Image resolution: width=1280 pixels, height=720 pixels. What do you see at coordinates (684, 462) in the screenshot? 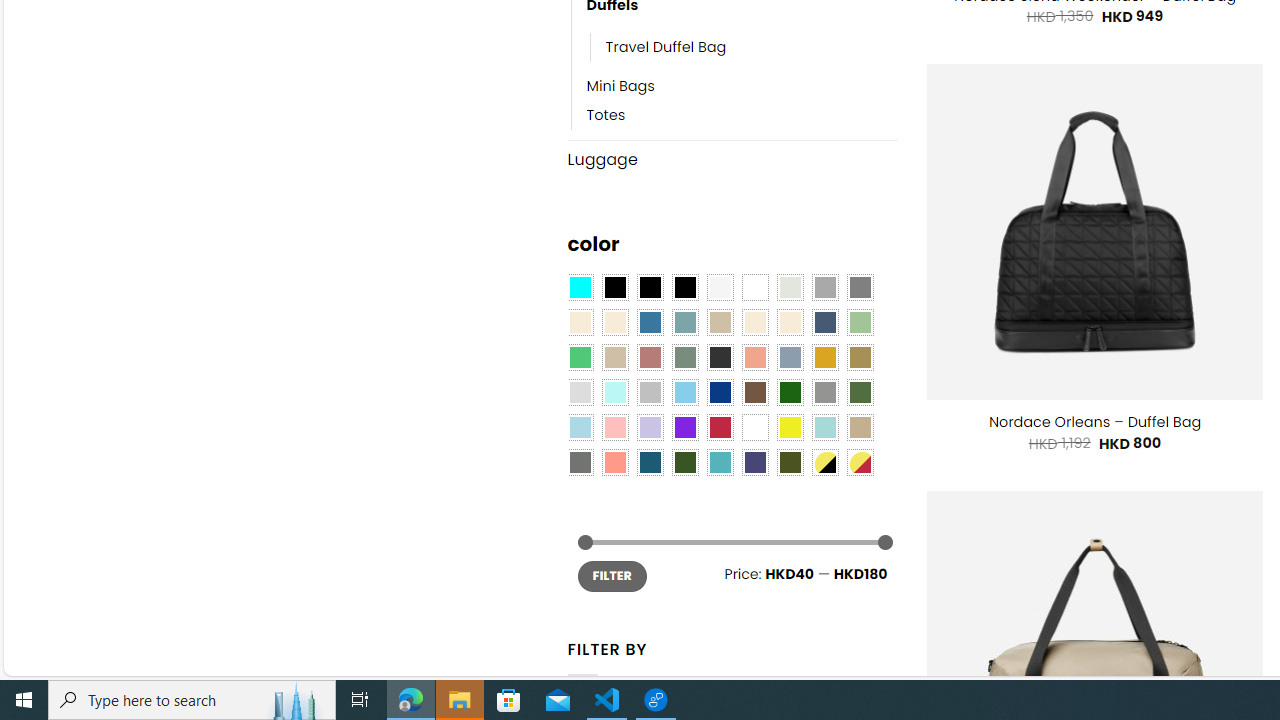
I see `'Forest'` at bounding box center [684, 462].